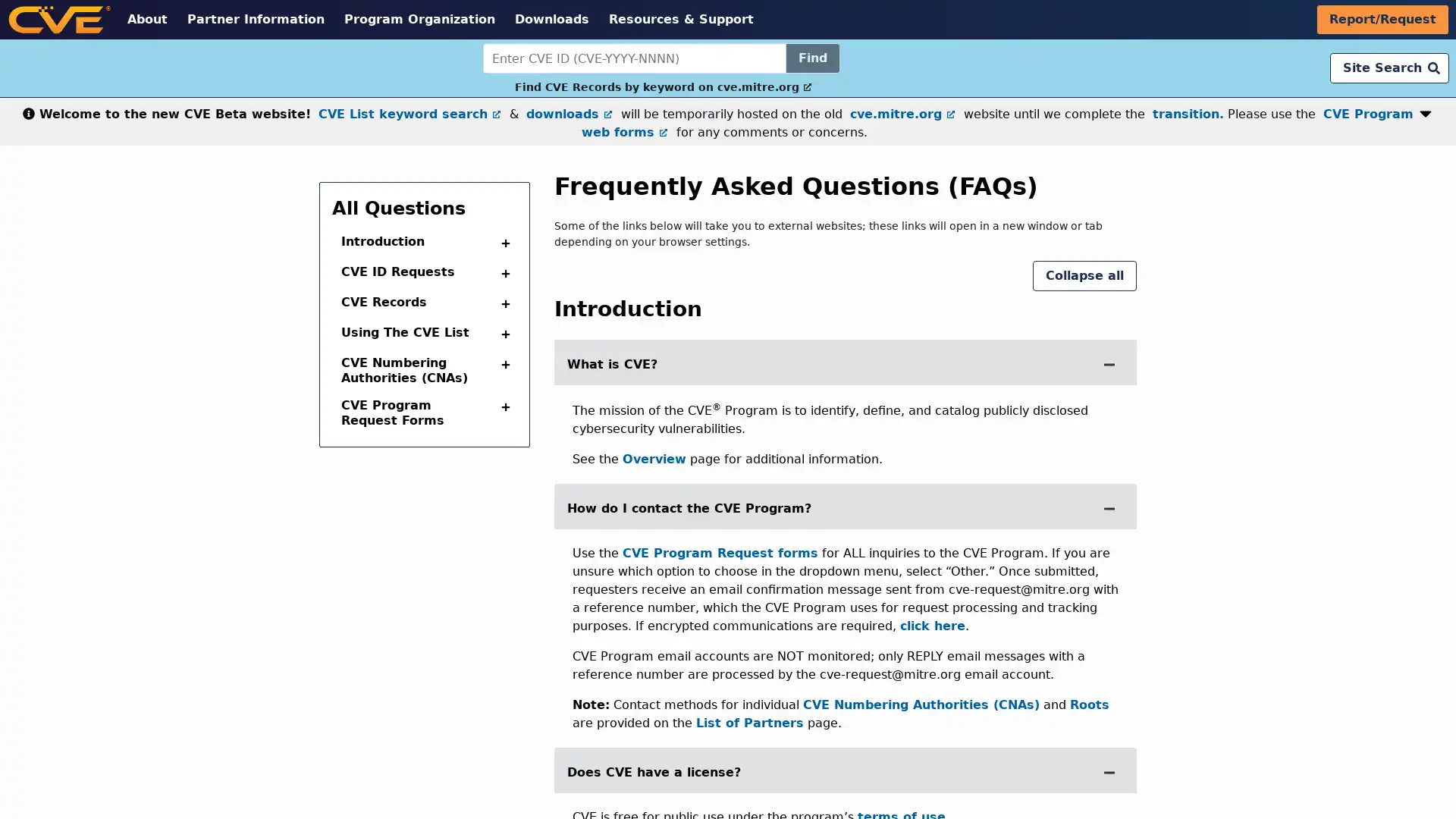 Image resolution: width=1456 pixels, height=819 pixels. What do you see at coordinates (502, 406) in the screenshot?
I see `expand` at bounding box center [502, 406].